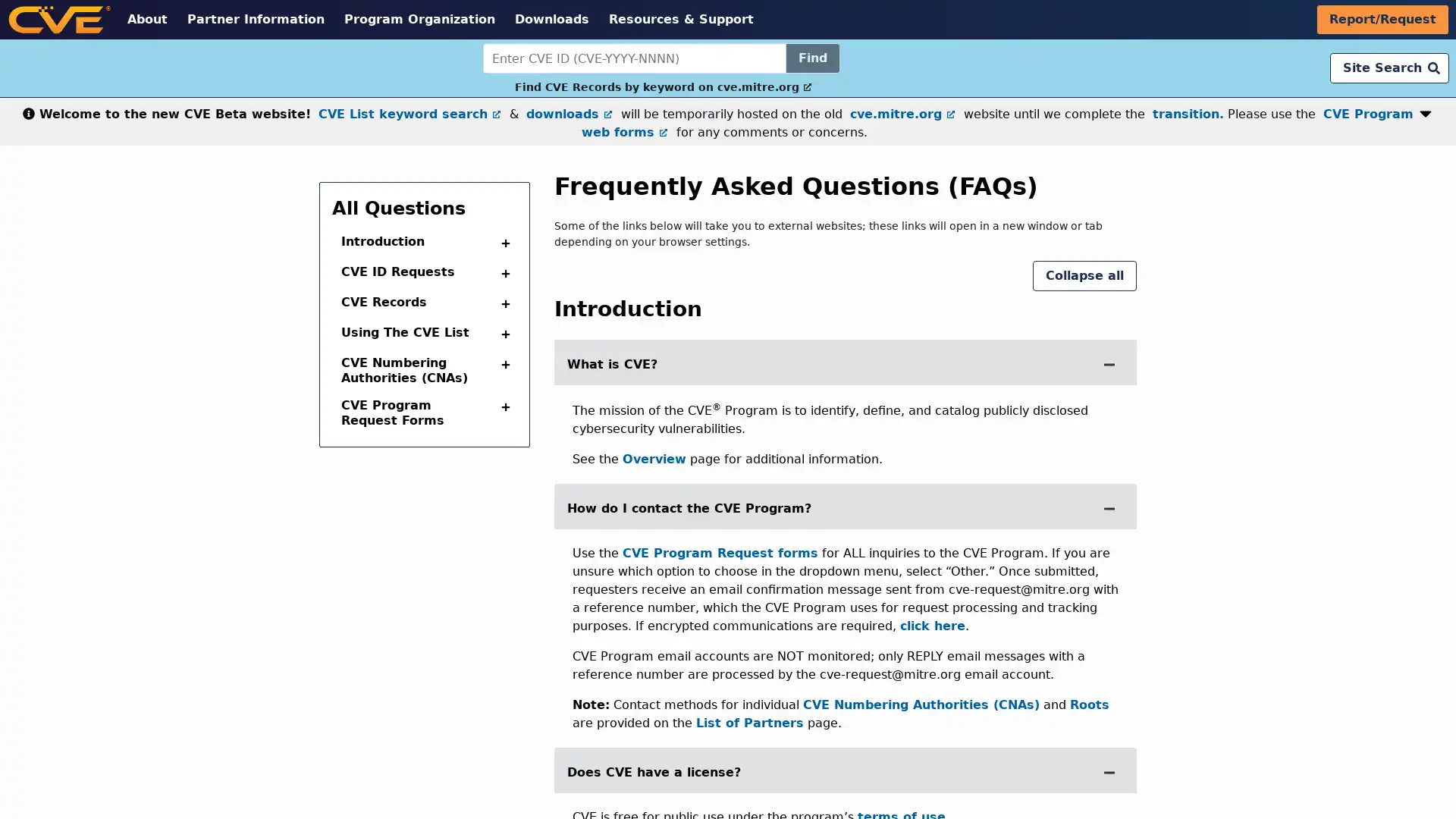 Image resolution: width=1456 pixels, height=819 pixels. What do you see at coordinates (502, 406) in the screenshot?
I see `expand` at bounding box center [502, 406].